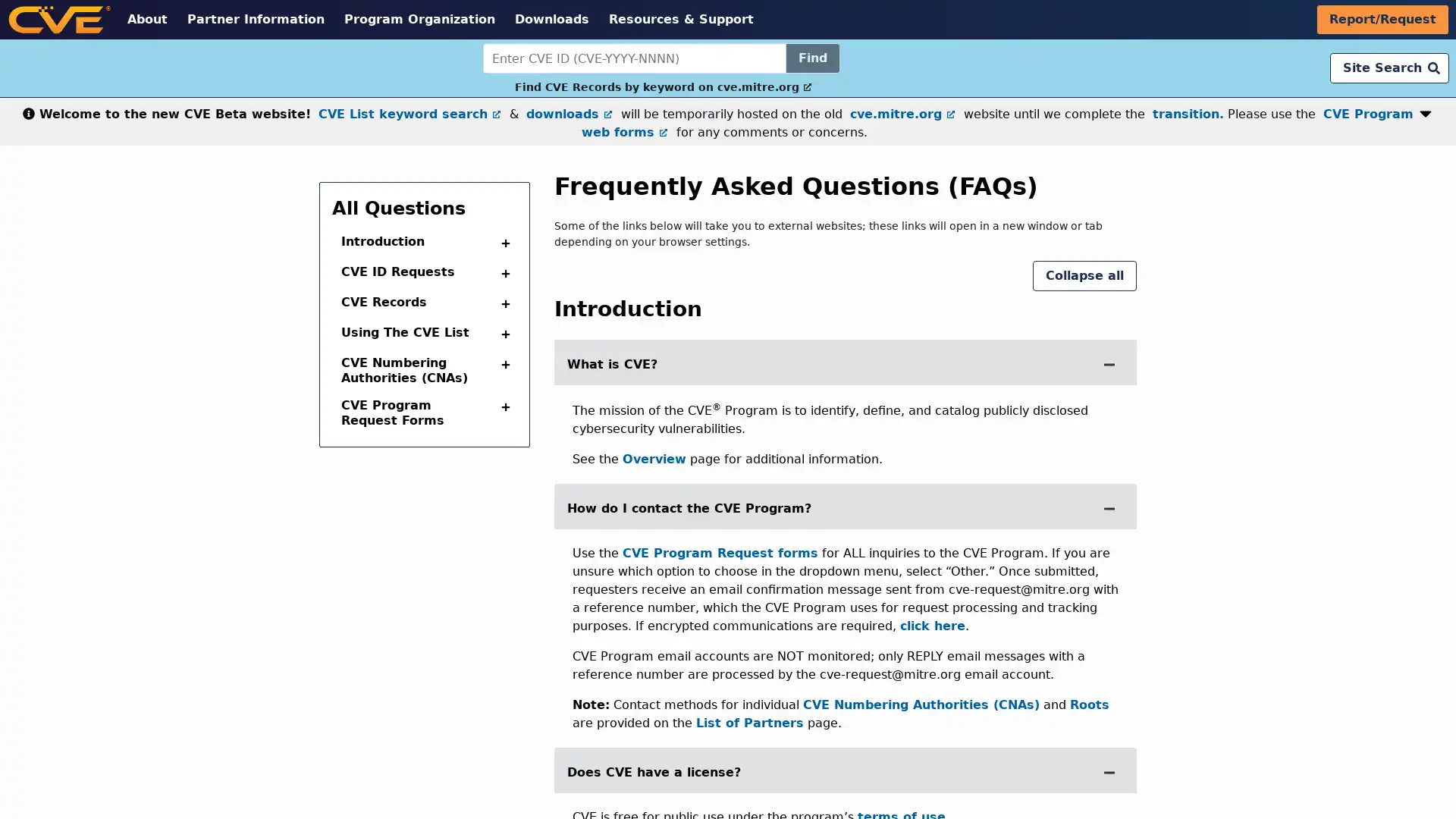 Image resolution: width=1456 pixels, height=819 pixels. What do you see at coordinates (502, 406) in the screenshot?
I see `expand` at bounding box center [502, 406].